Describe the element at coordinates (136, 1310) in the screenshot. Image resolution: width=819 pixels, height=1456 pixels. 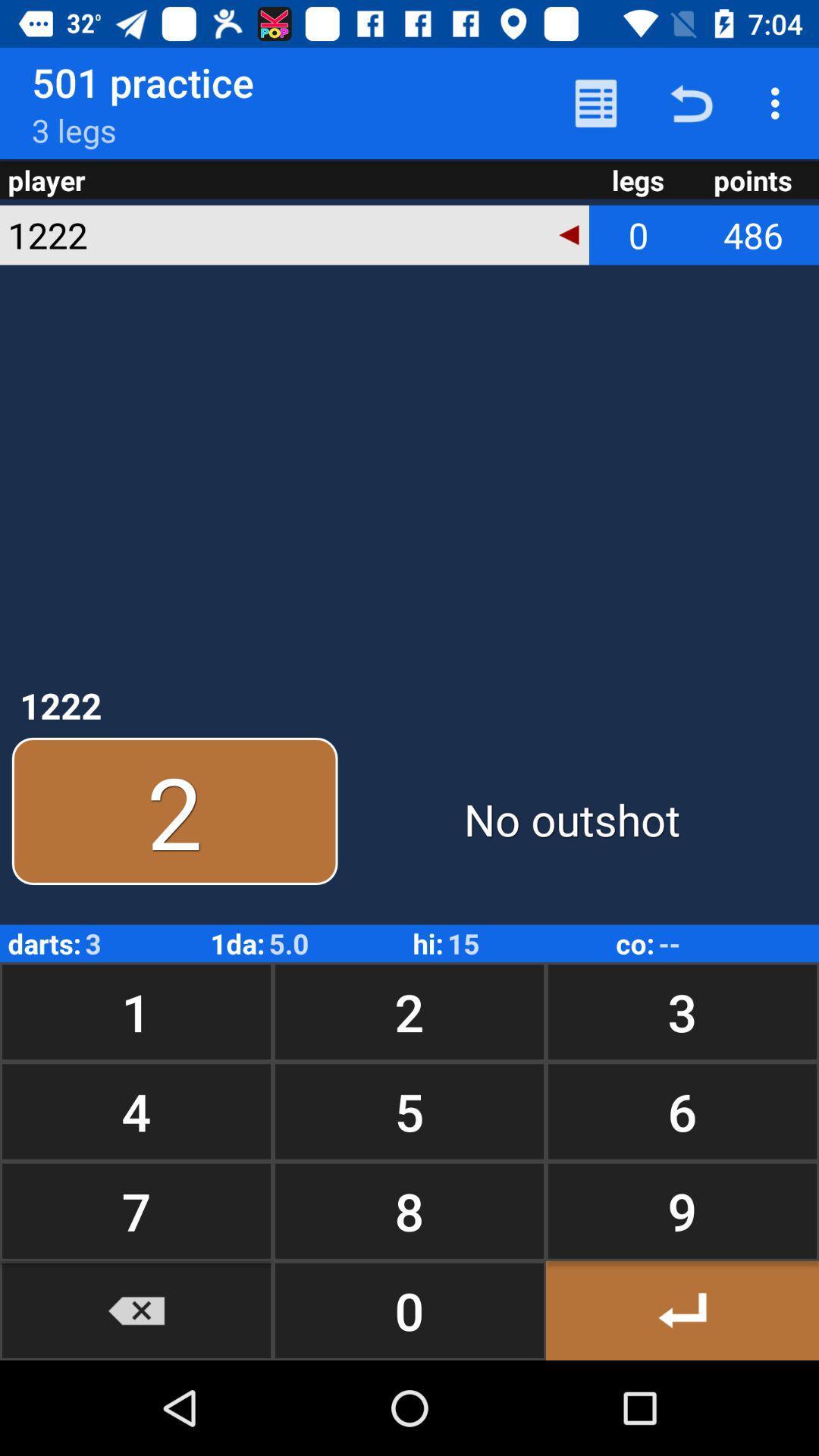
I see `button to the left of 8 item` at that location.